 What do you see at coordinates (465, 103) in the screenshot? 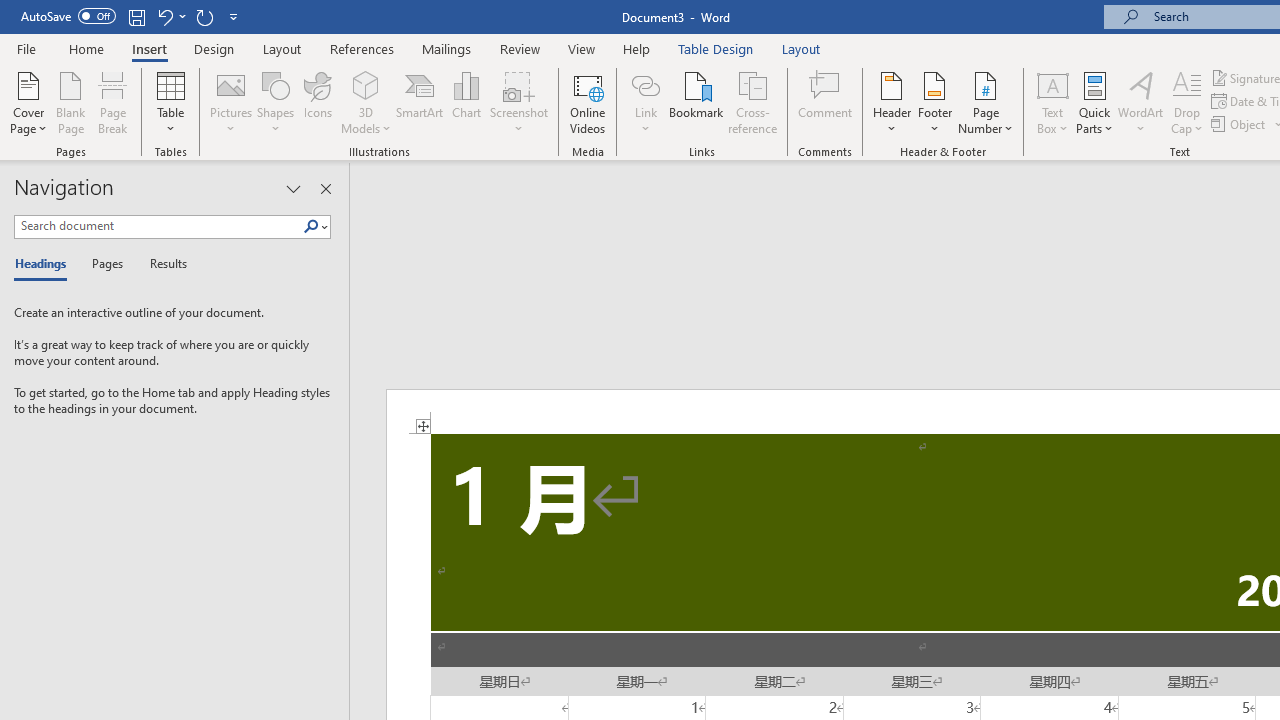
I see `'Chart...'` at bounding box center [465, 103].